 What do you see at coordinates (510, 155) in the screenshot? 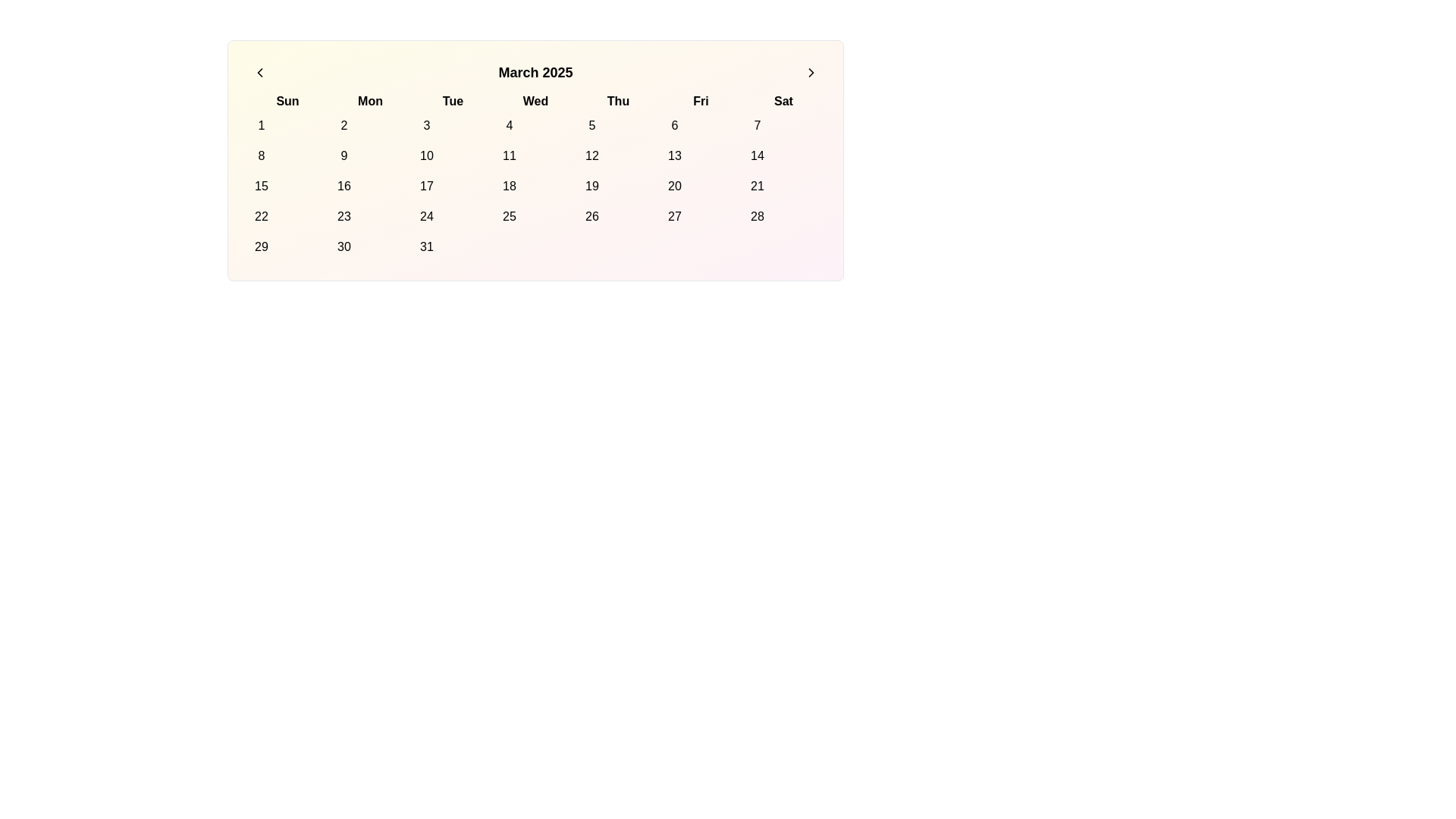
I see `the button in the calendar grid` at bounding box center [510, 155].